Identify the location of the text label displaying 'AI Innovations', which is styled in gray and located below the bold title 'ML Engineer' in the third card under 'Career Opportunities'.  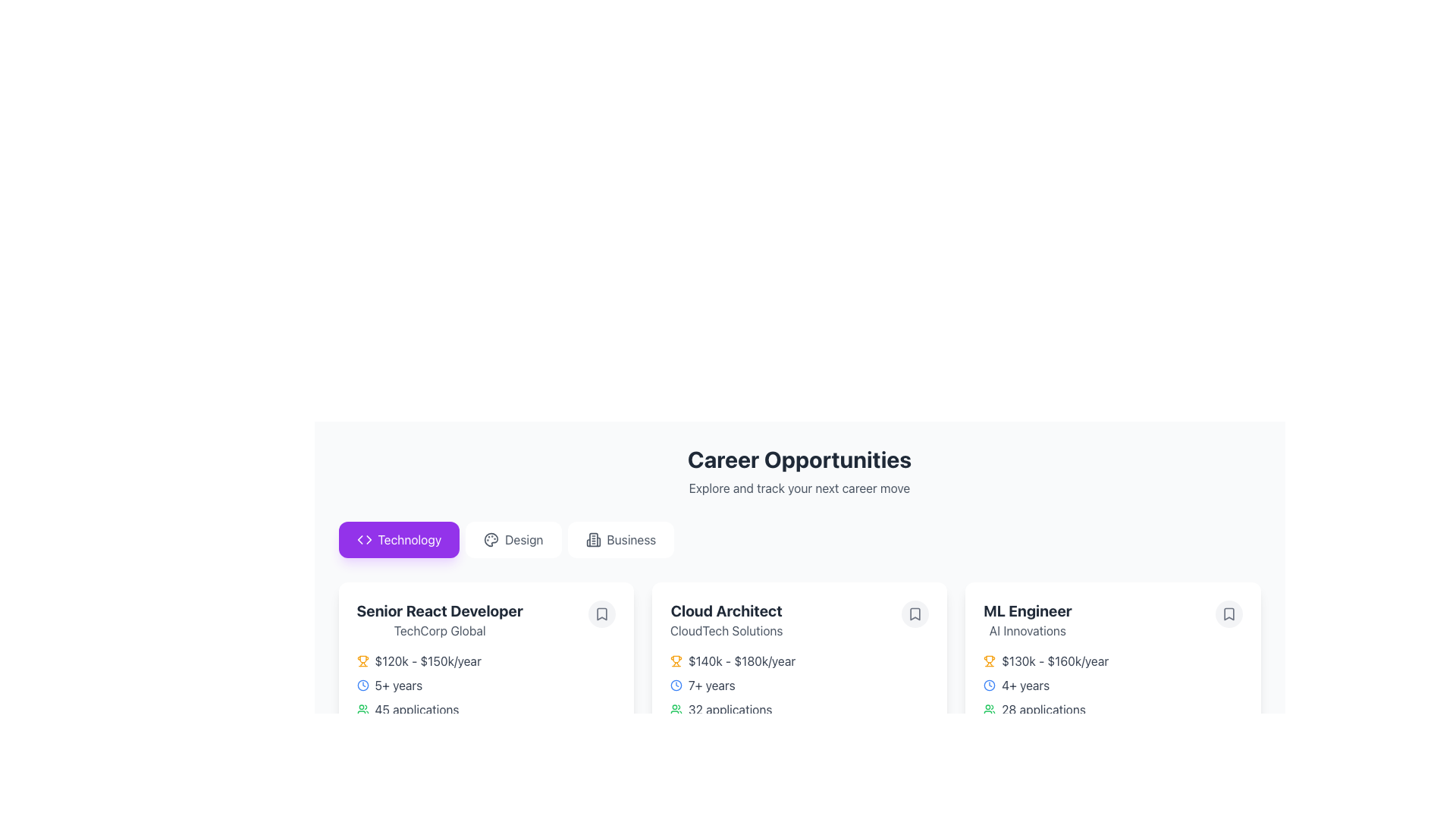
(1028, 631).